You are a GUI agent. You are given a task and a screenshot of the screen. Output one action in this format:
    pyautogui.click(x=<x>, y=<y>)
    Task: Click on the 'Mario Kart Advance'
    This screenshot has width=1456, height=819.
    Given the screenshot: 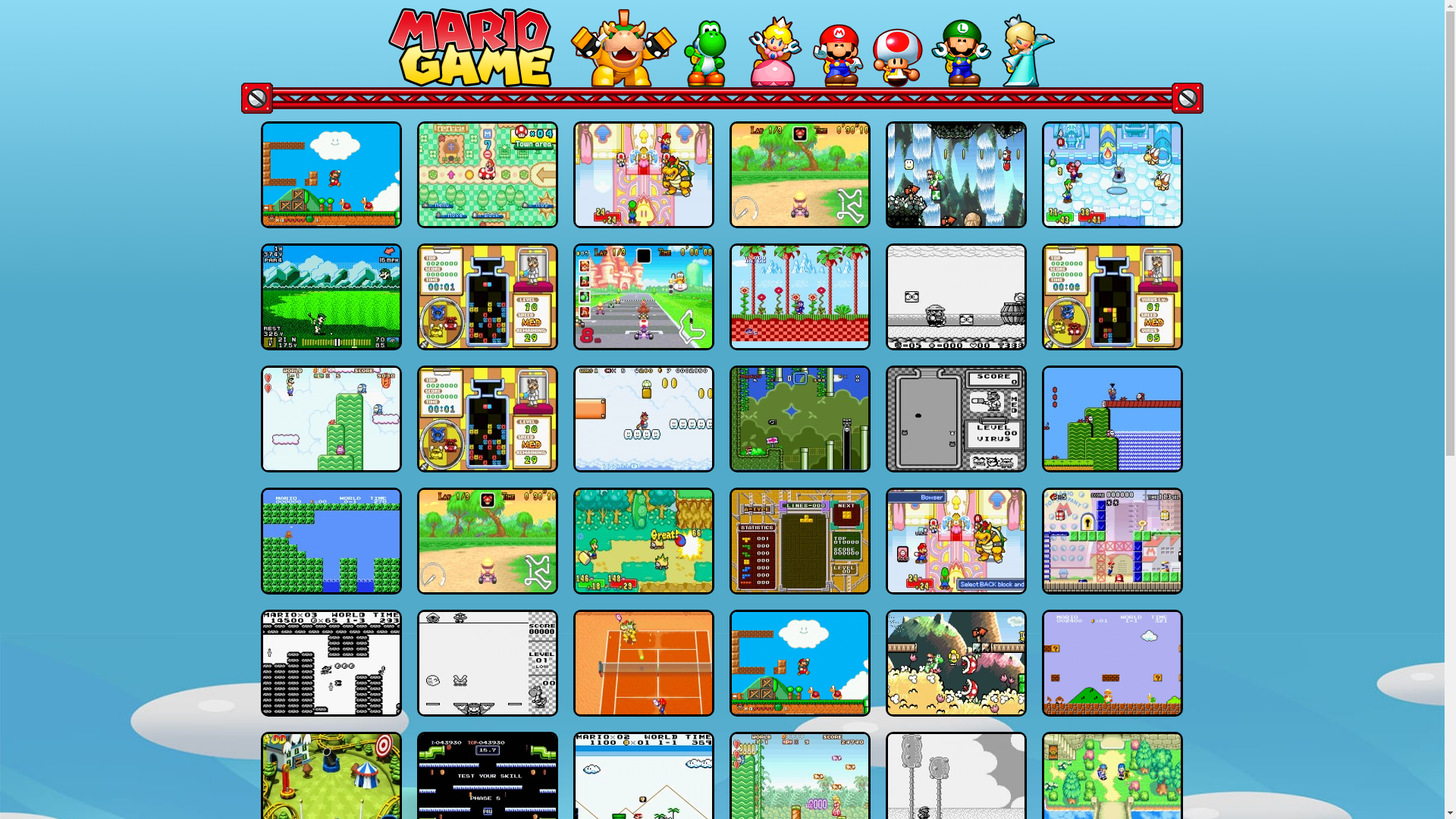 What is the action you would take?
    pyautogui.click(x=488, y=538)
    